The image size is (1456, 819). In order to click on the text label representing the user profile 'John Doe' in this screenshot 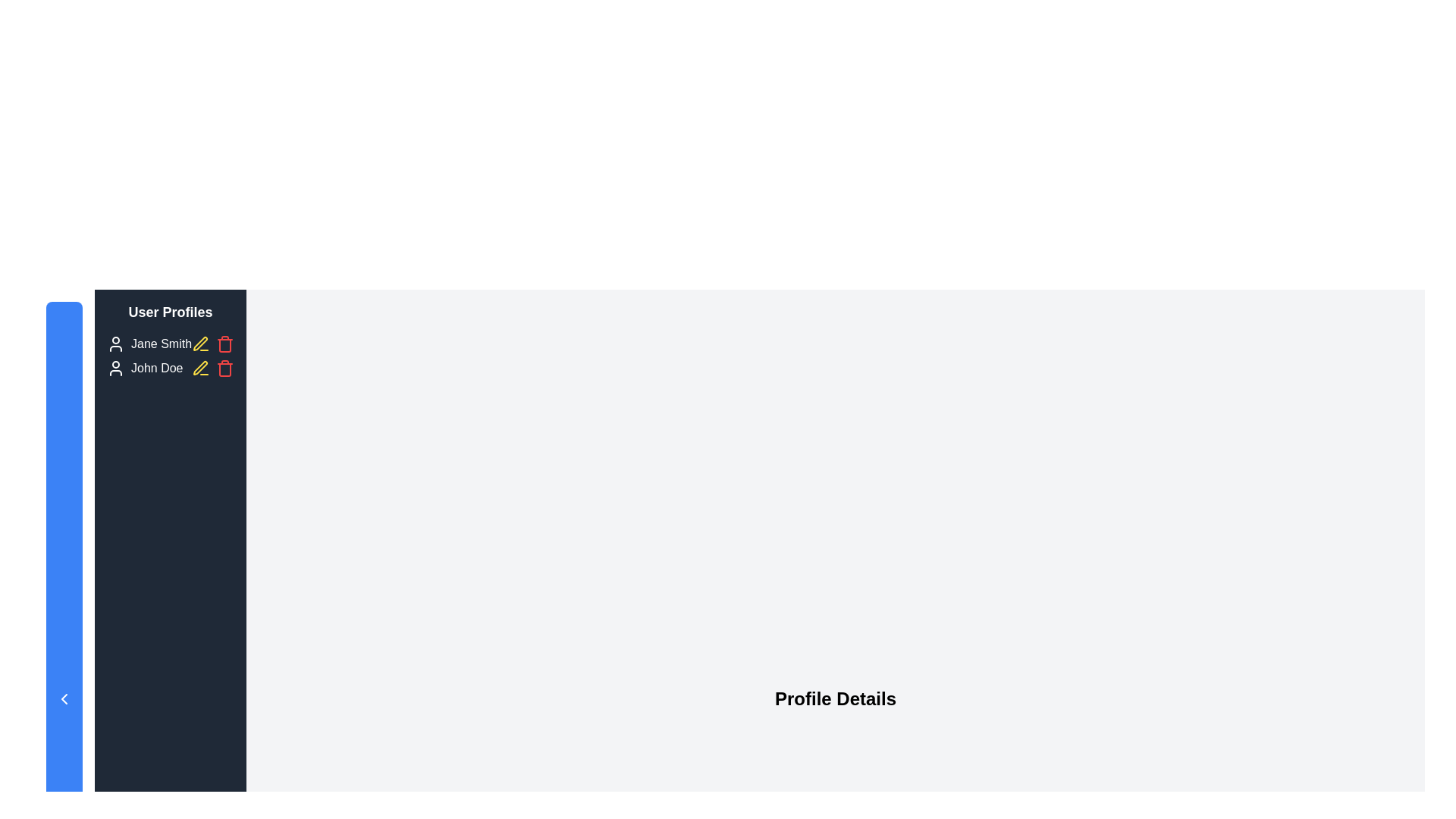, I will do `click(157, 369)`.